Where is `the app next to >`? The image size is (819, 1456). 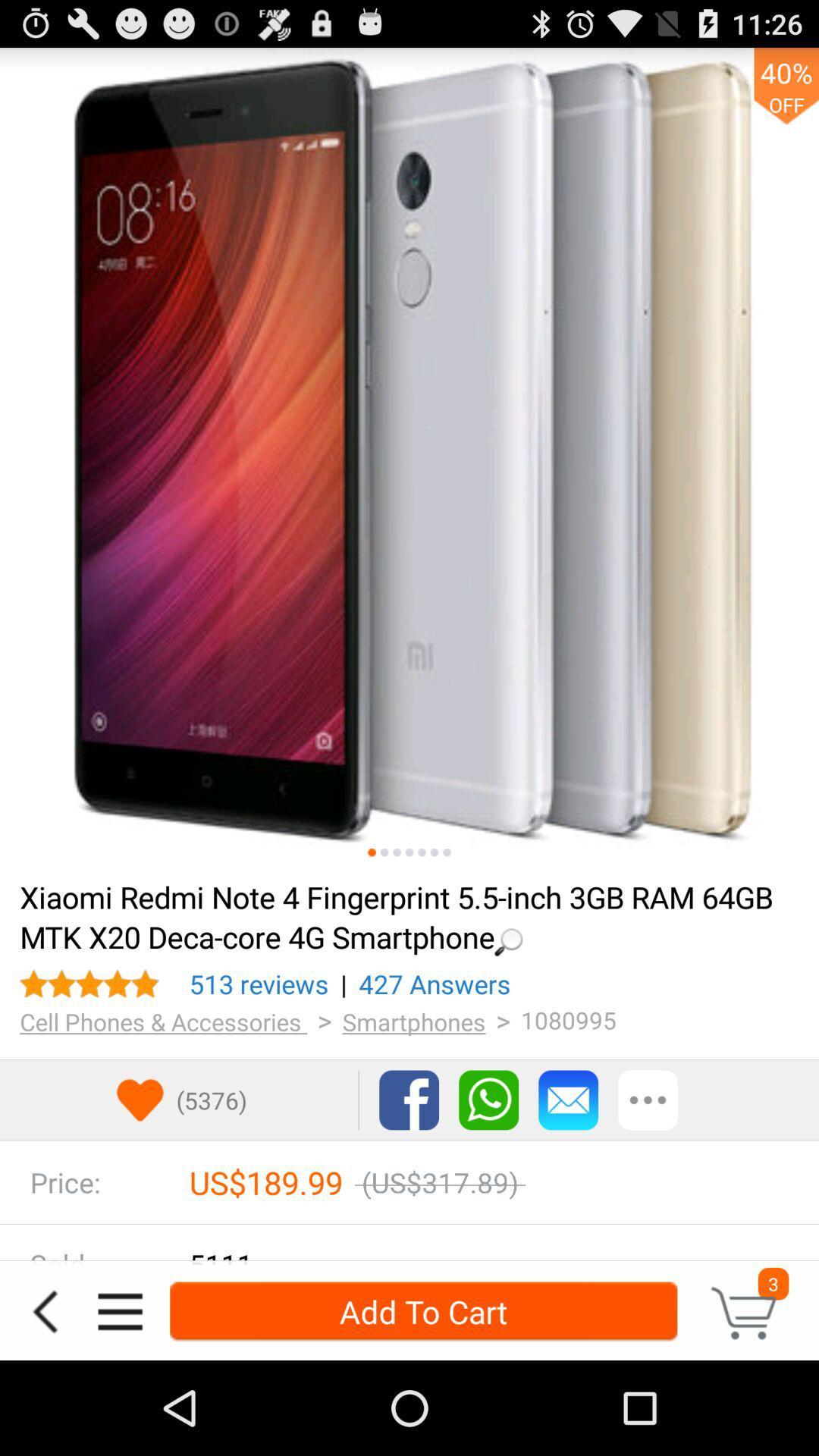
the app next to > is located at coordinates (414, 1021).